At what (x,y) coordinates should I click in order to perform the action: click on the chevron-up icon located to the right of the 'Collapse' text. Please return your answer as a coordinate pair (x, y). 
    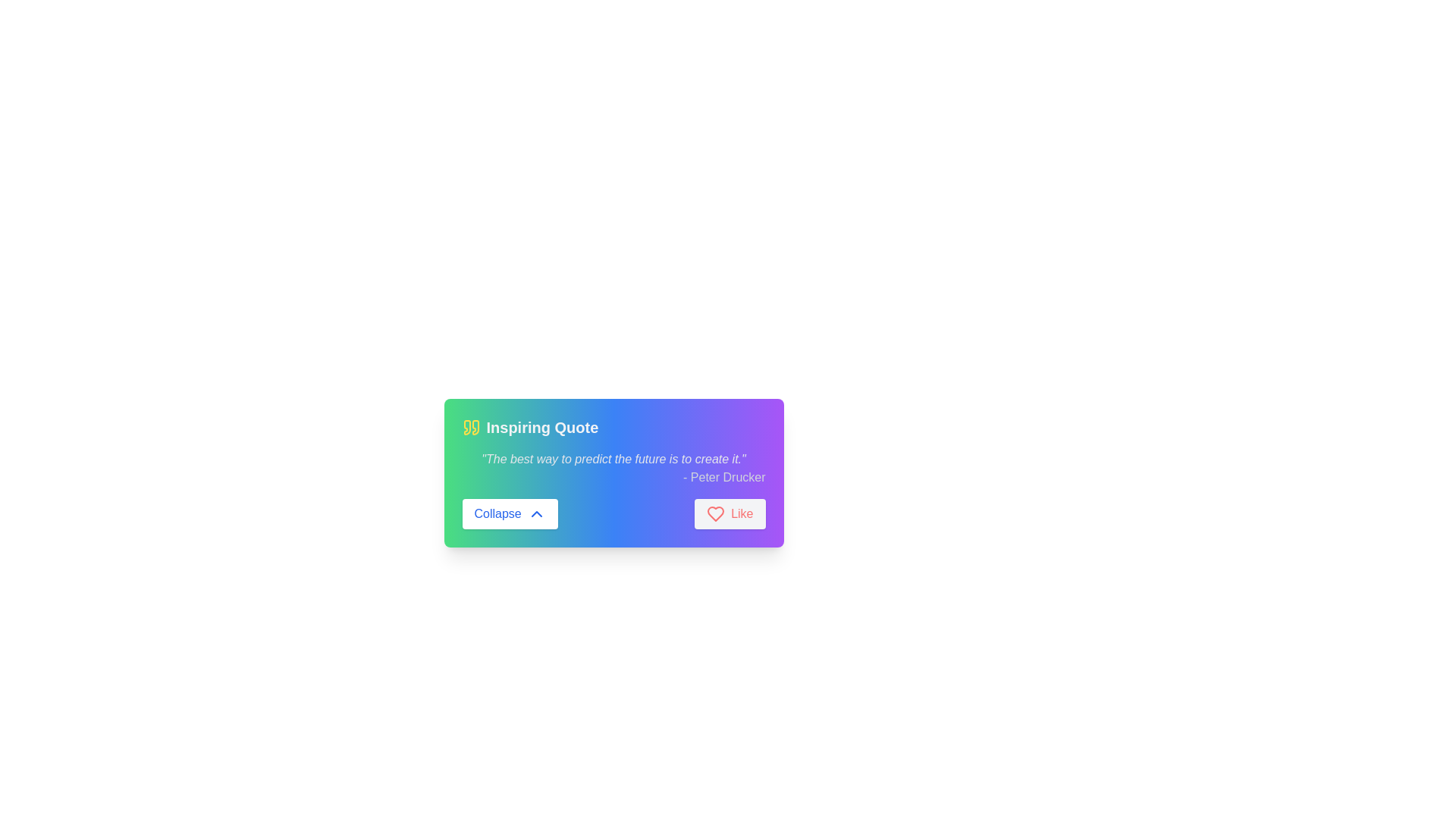
    Looking at the image, I should click on (536, 513).